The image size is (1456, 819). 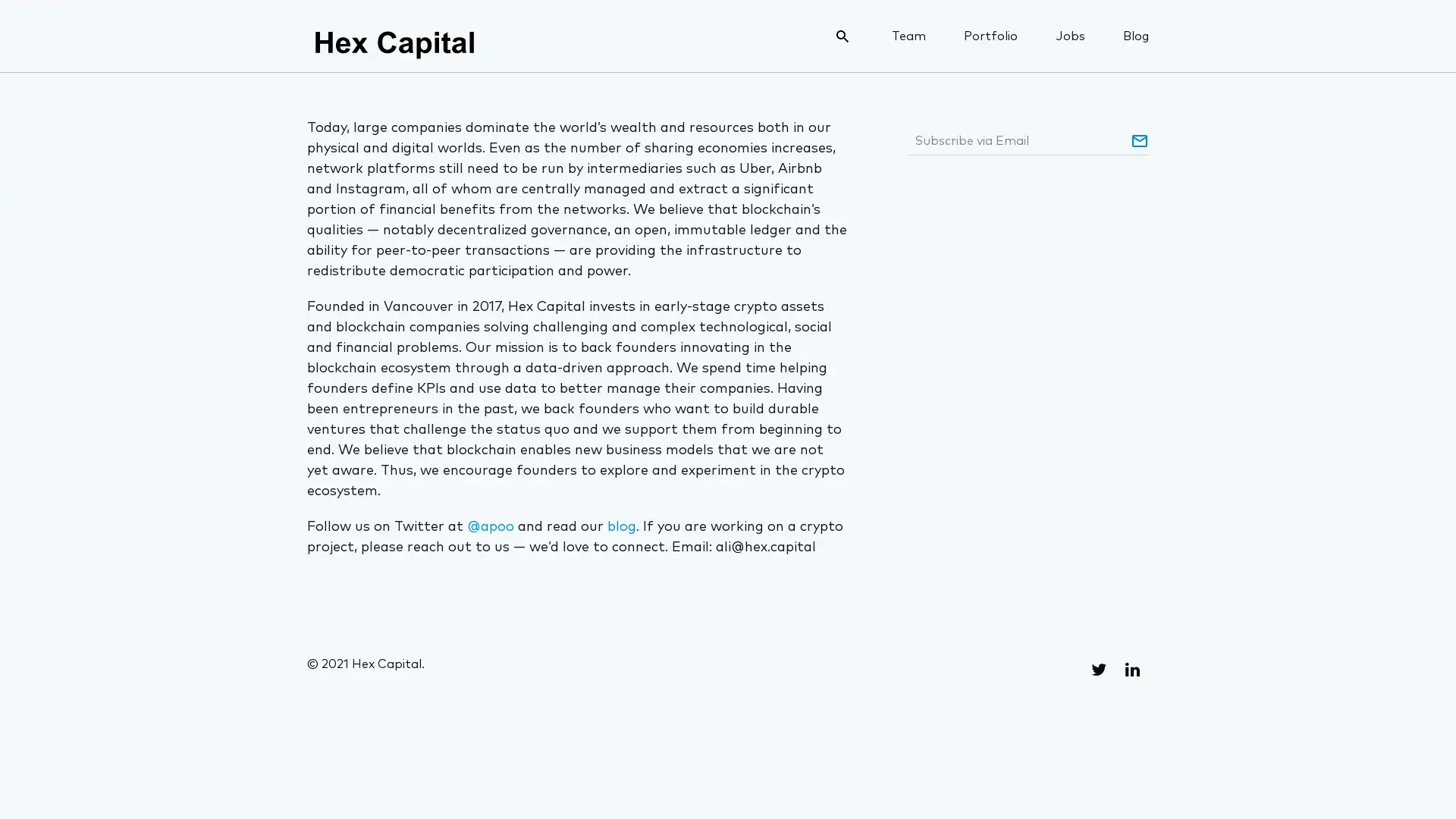 I want to click on Subscribe, so click(x=1139, y=140).